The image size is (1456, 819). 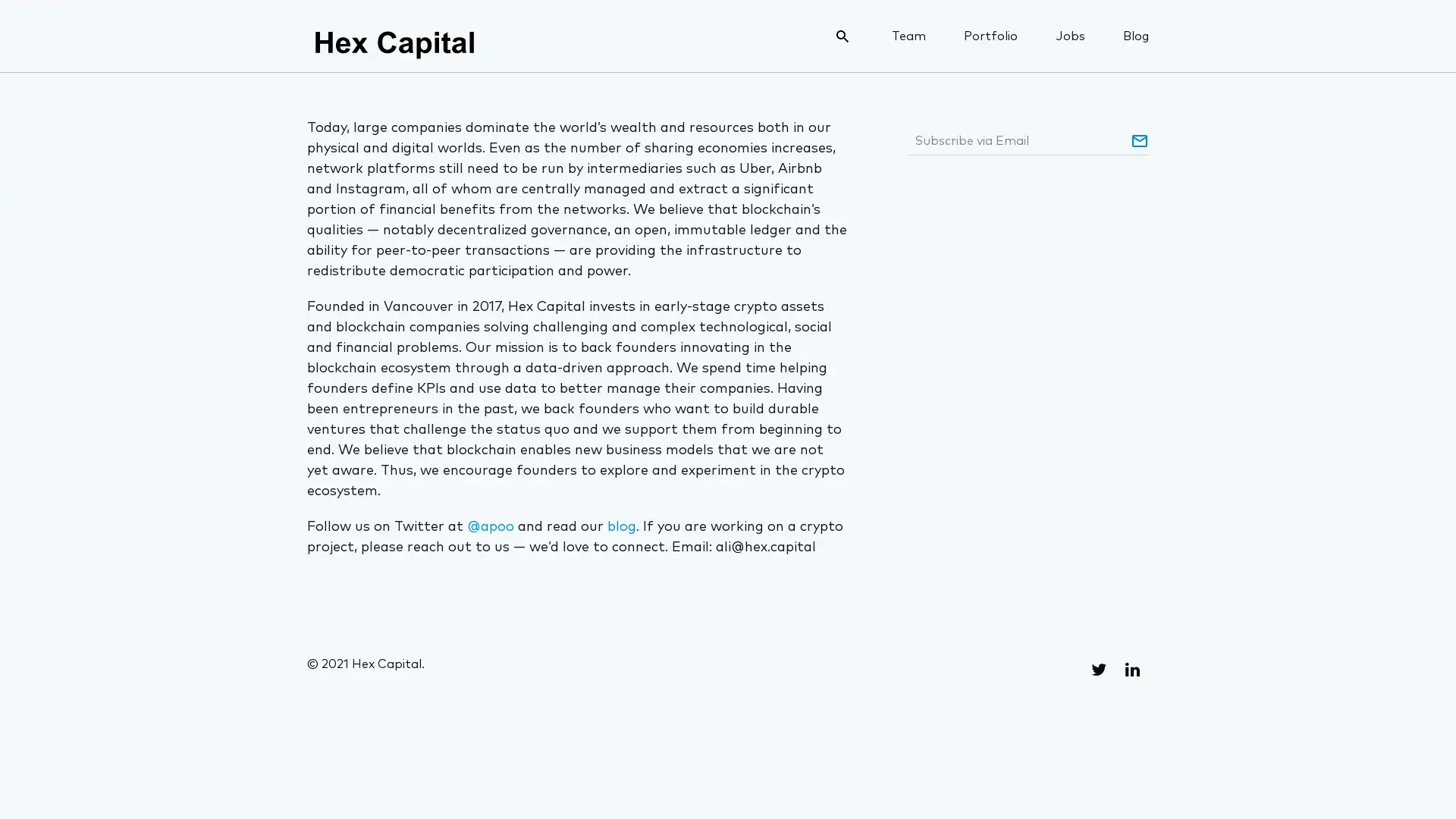 I want to click on Subscribe, so click(x=1139, y=140).